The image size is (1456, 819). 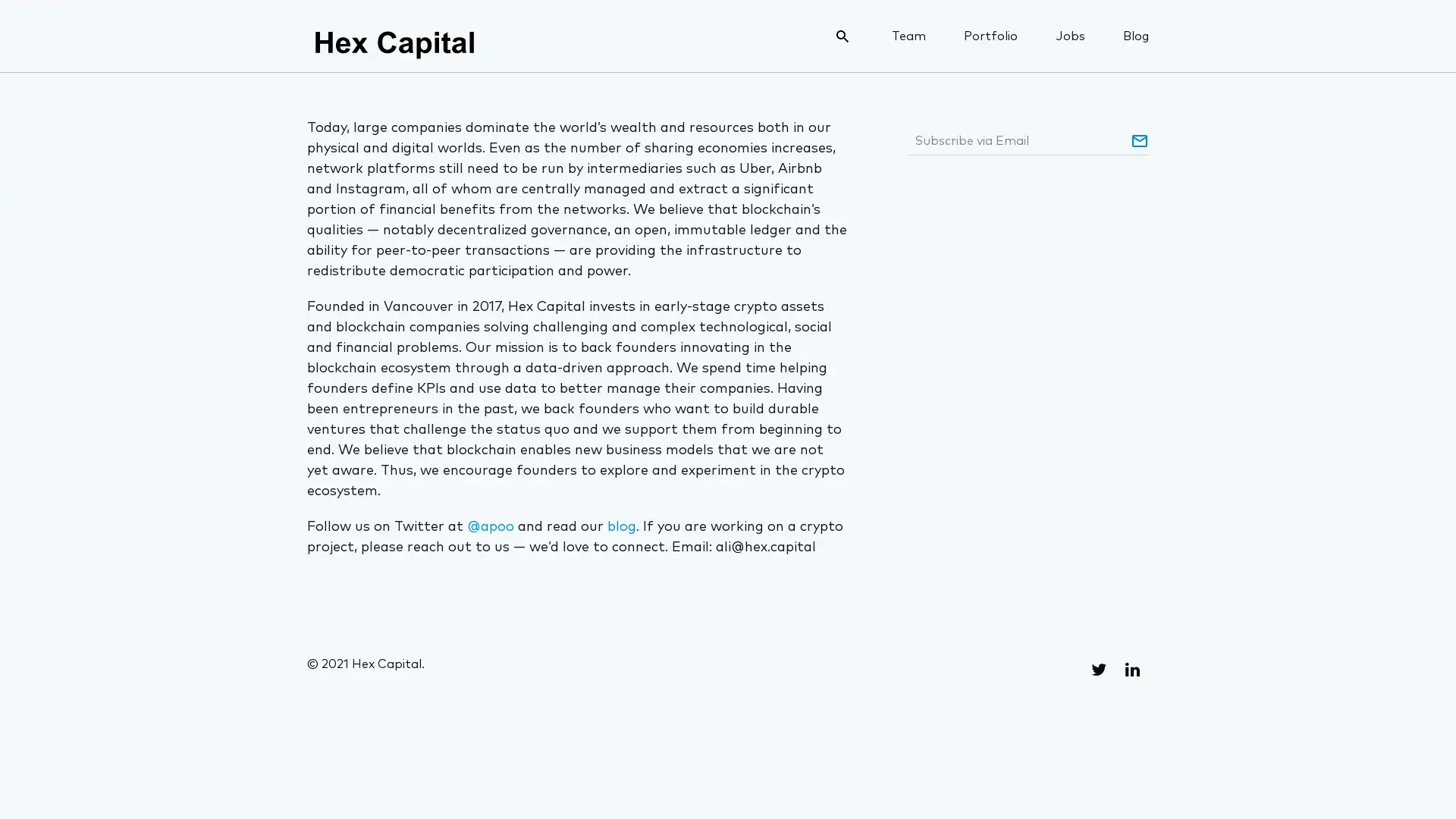 I want to click on Subscribe, so click(x=1139, y=140).